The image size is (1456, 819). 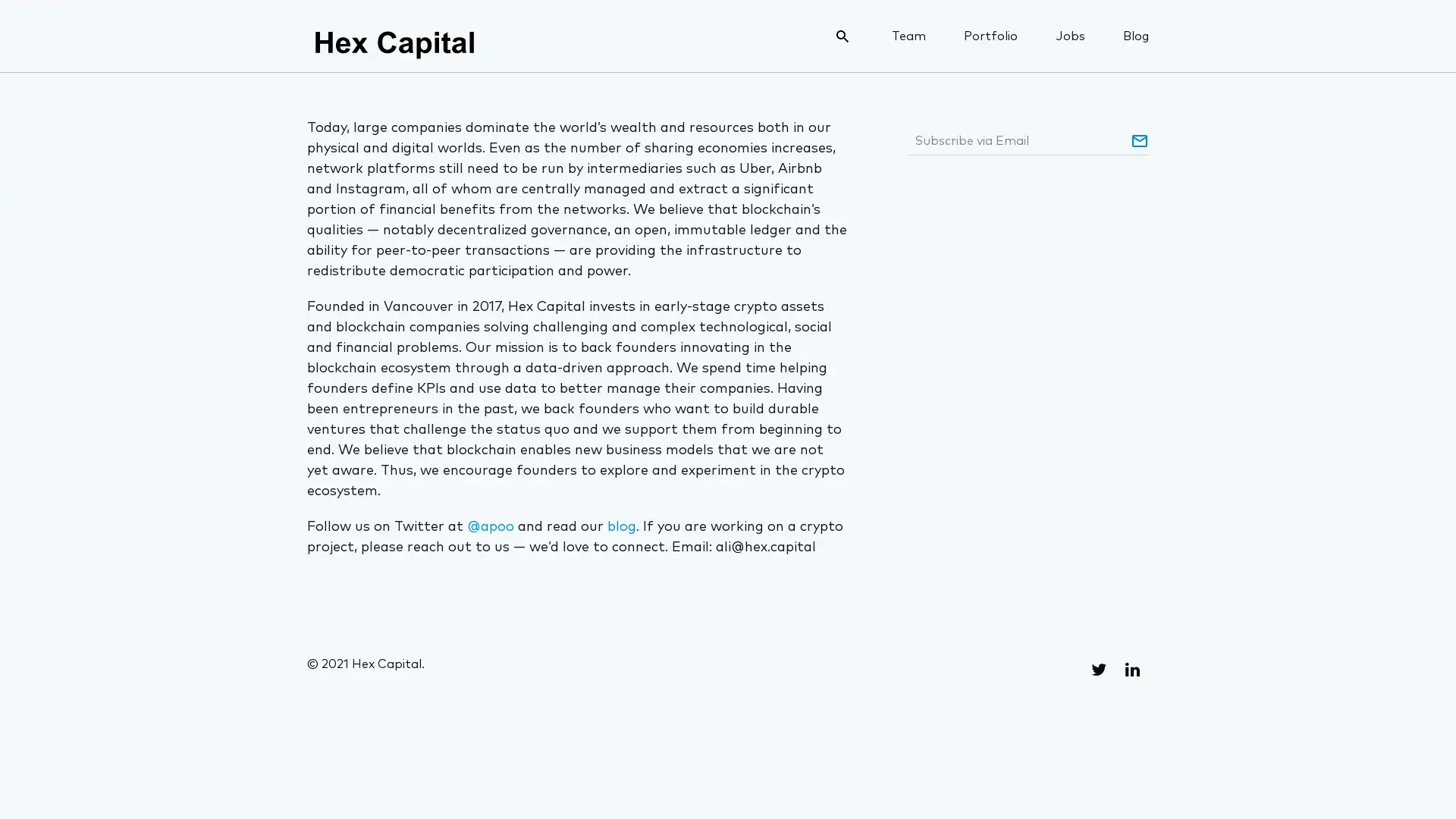 I want to click on Subscribe, so click(x=1139, y=140).